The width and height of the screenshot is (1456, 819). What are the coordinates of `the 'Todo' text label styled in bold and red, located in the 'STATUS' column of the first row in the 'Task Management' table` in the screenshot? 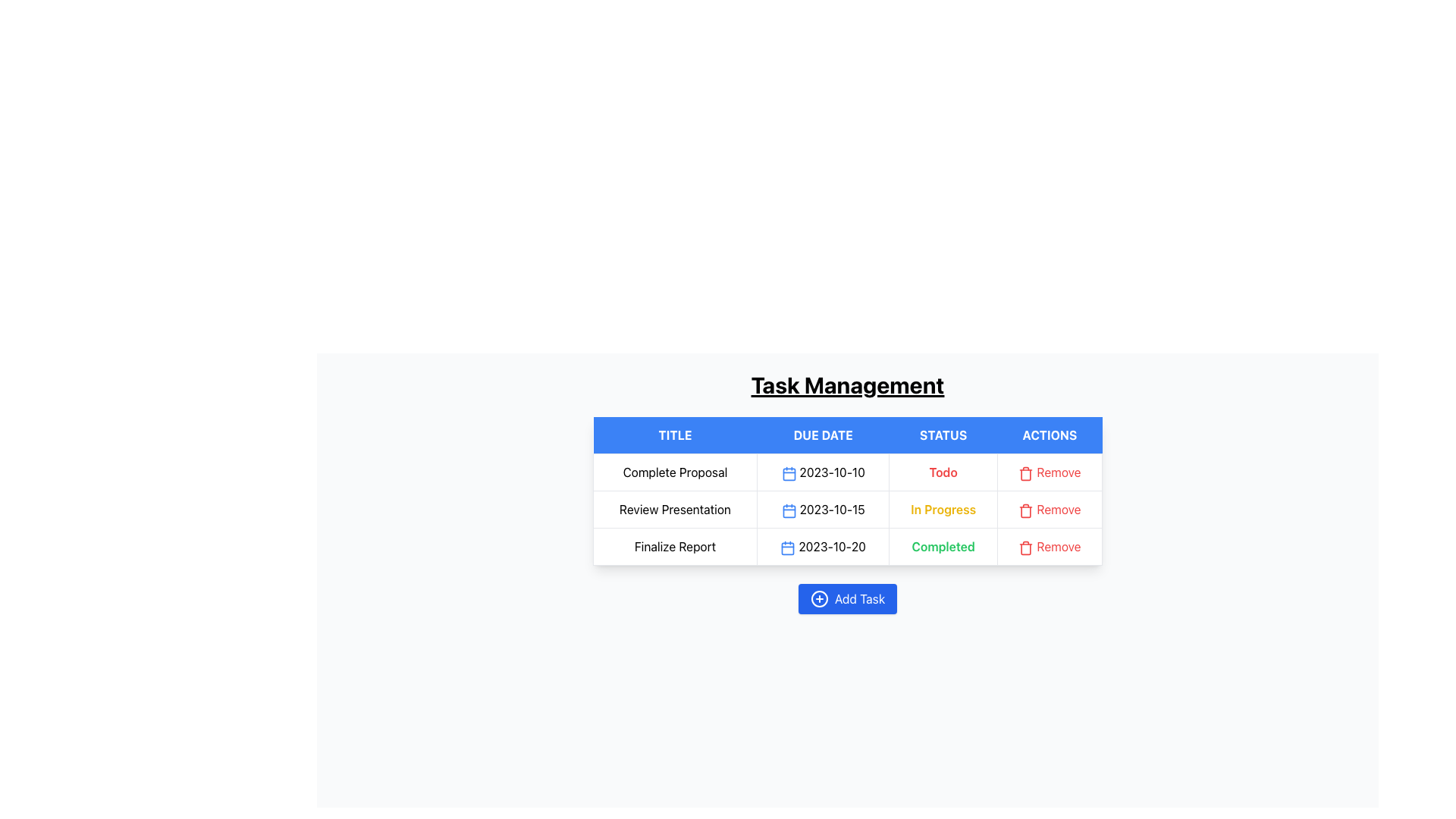 It's located at (943, 472).